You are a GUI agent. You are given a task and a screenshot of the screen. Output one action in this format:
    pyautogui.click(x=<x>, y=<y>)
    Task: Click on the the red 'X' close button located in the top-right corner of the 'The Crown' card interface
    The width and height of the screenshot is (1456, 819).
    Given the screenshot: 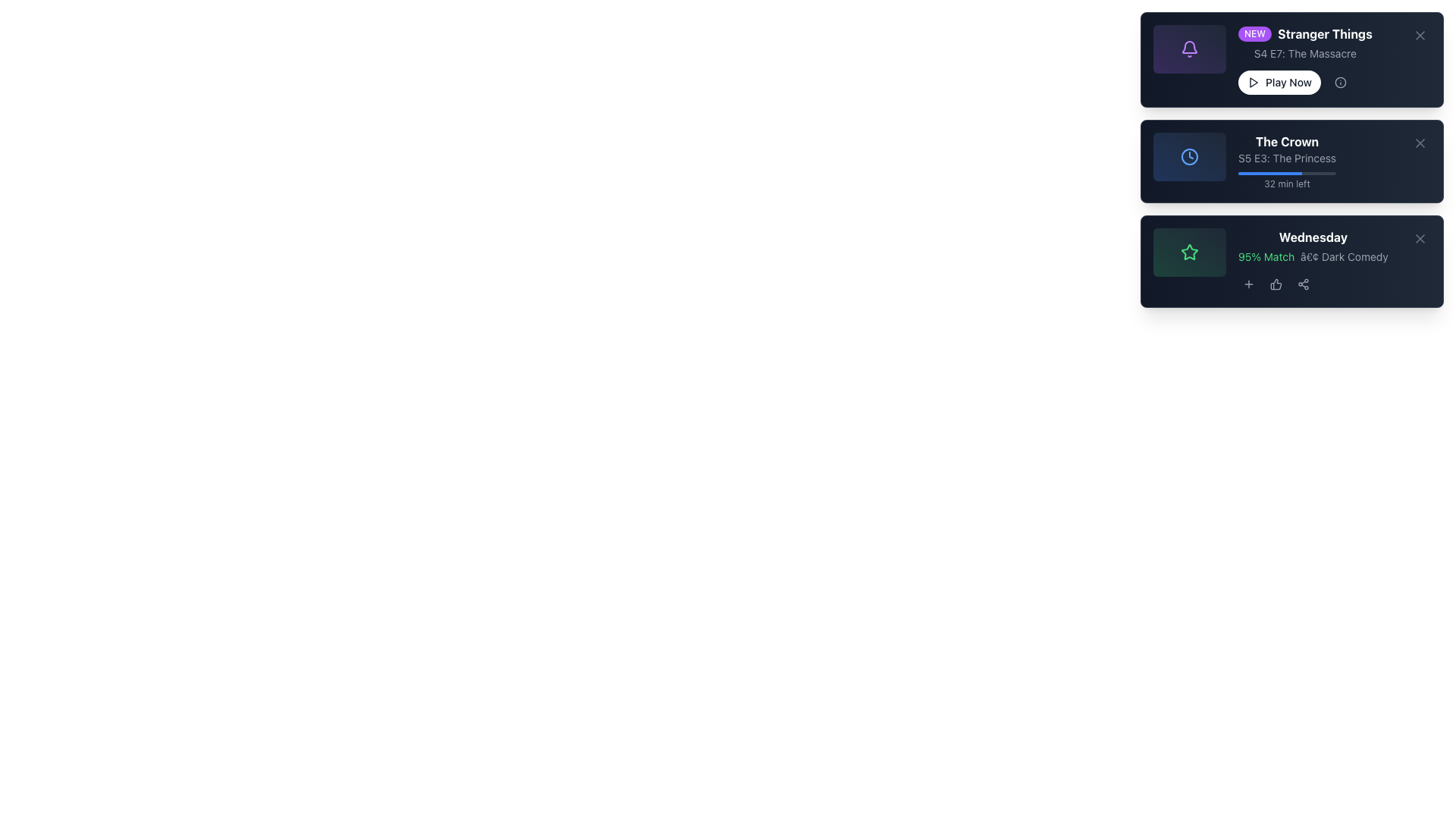 What is the action you would take?
    pyautogui.click(x=1419, y=143)
    